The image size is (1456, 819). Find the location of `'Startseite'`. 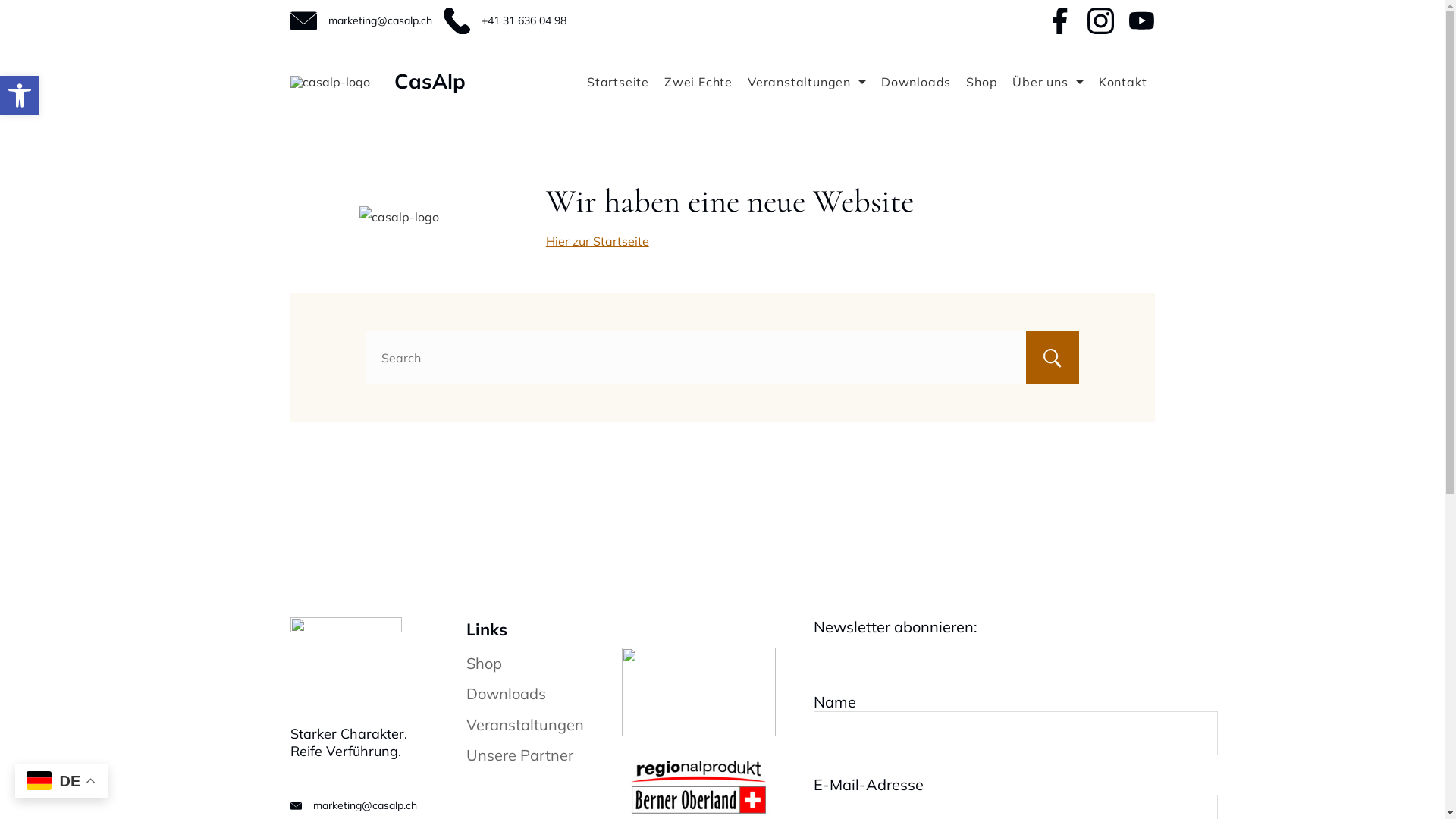

'Startseite' is located at coordinates (618, 82).